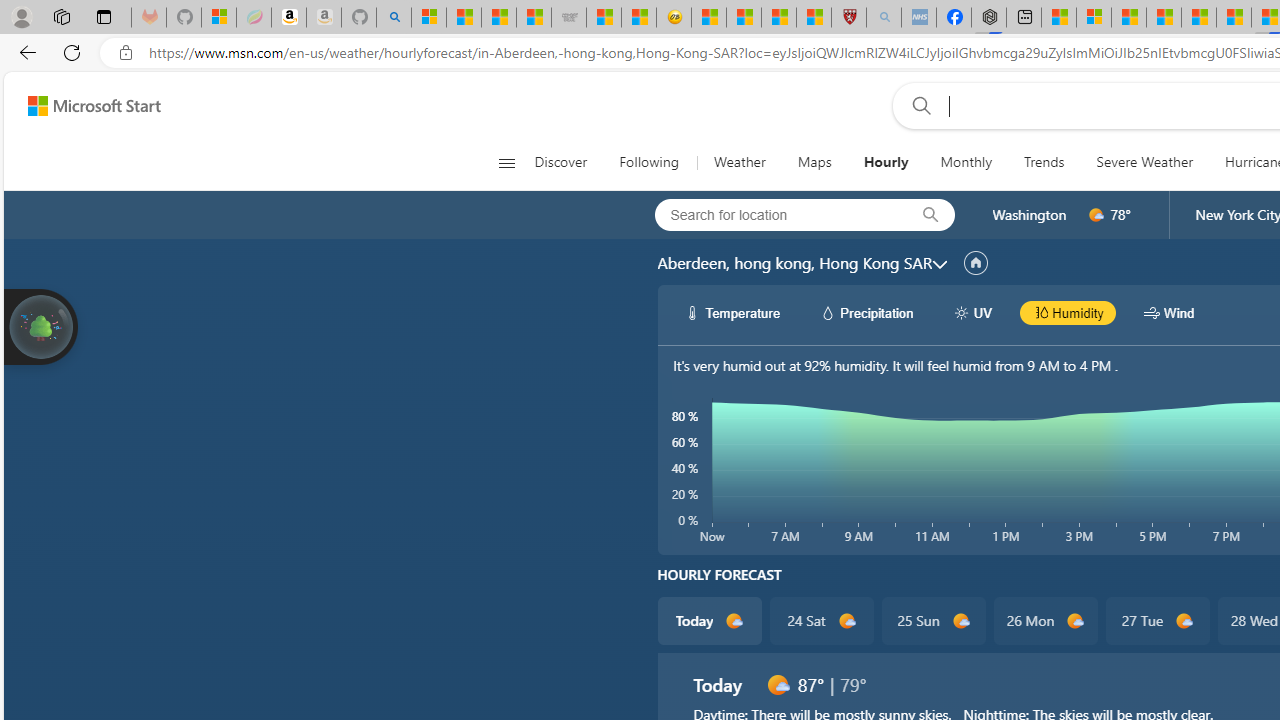 This screenshot has height=720, width=1280. What do you see at coordinates (866, 312) in the screenshot?
I see `'hourlyChart/precipitationWhite Precipitation'` at bounding box center [866, 312].